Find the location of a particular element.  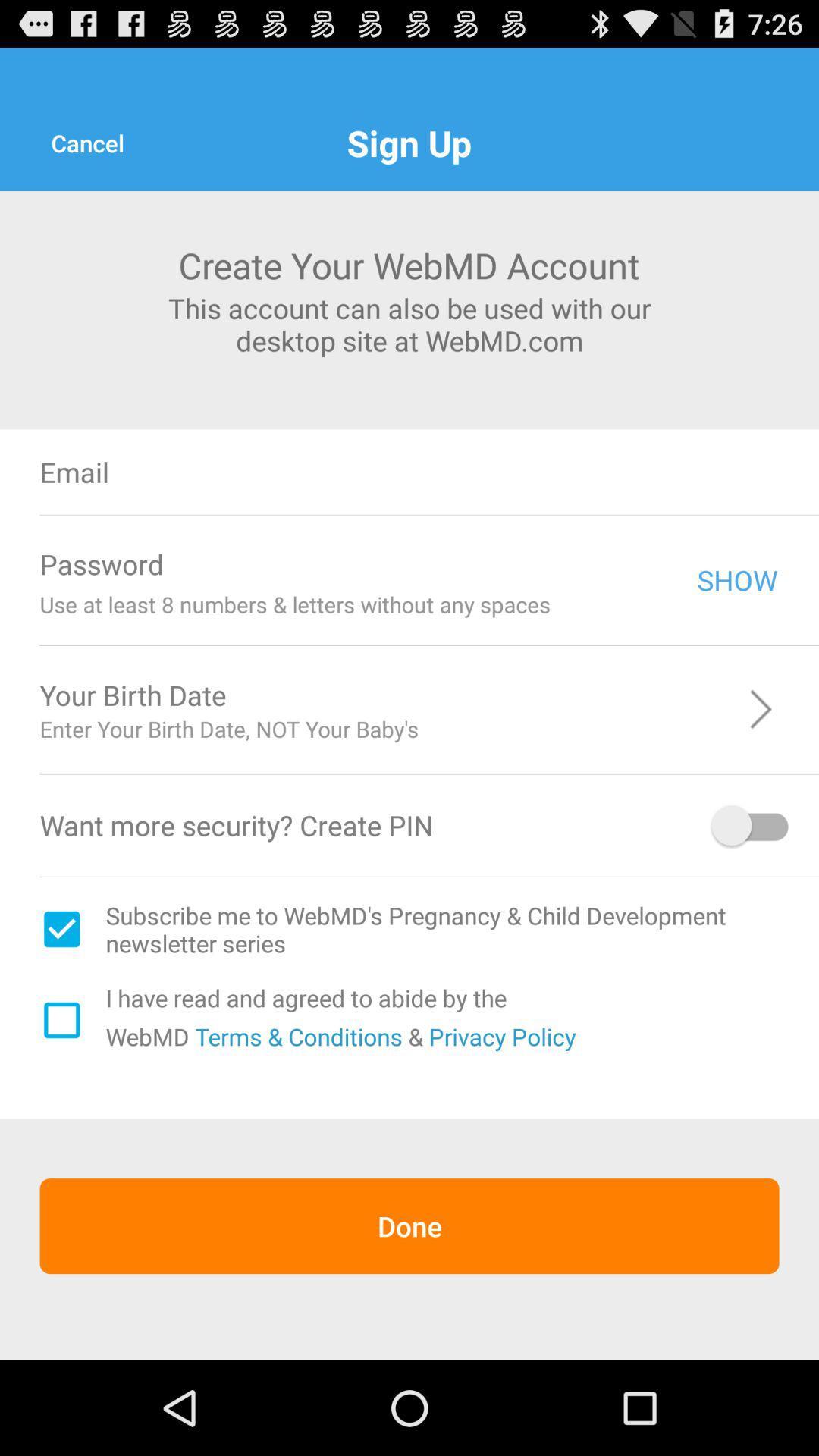

email is located at coordinates (507, 471).